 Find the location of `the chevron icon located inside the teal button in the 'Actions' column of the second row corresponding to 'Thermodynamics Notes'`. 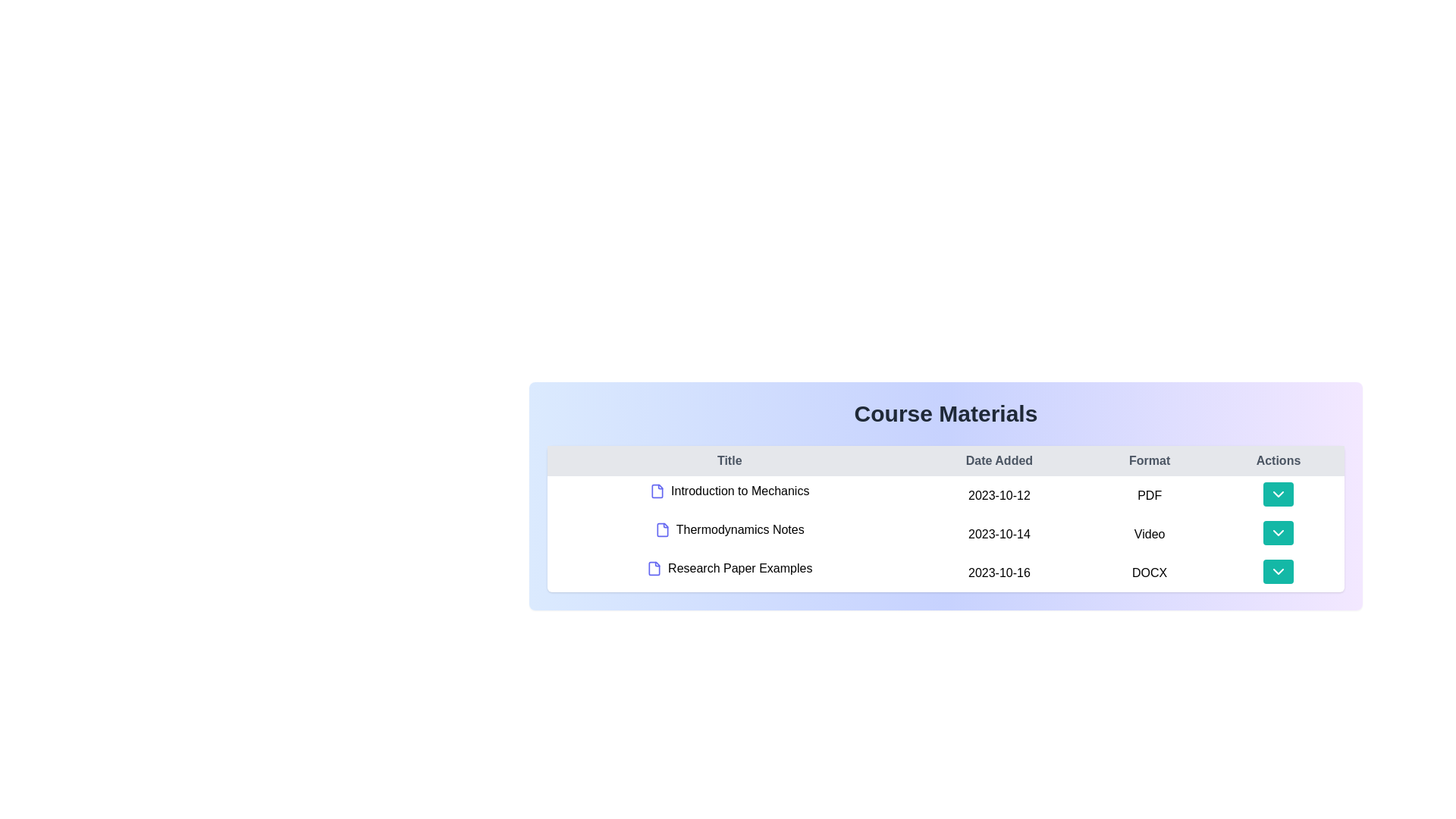

the chevron icon located inside the teal button in the 'Actions' column of the second row corresponding to 'Thermodynamics Notes' is located at coordinates (1277, 532).